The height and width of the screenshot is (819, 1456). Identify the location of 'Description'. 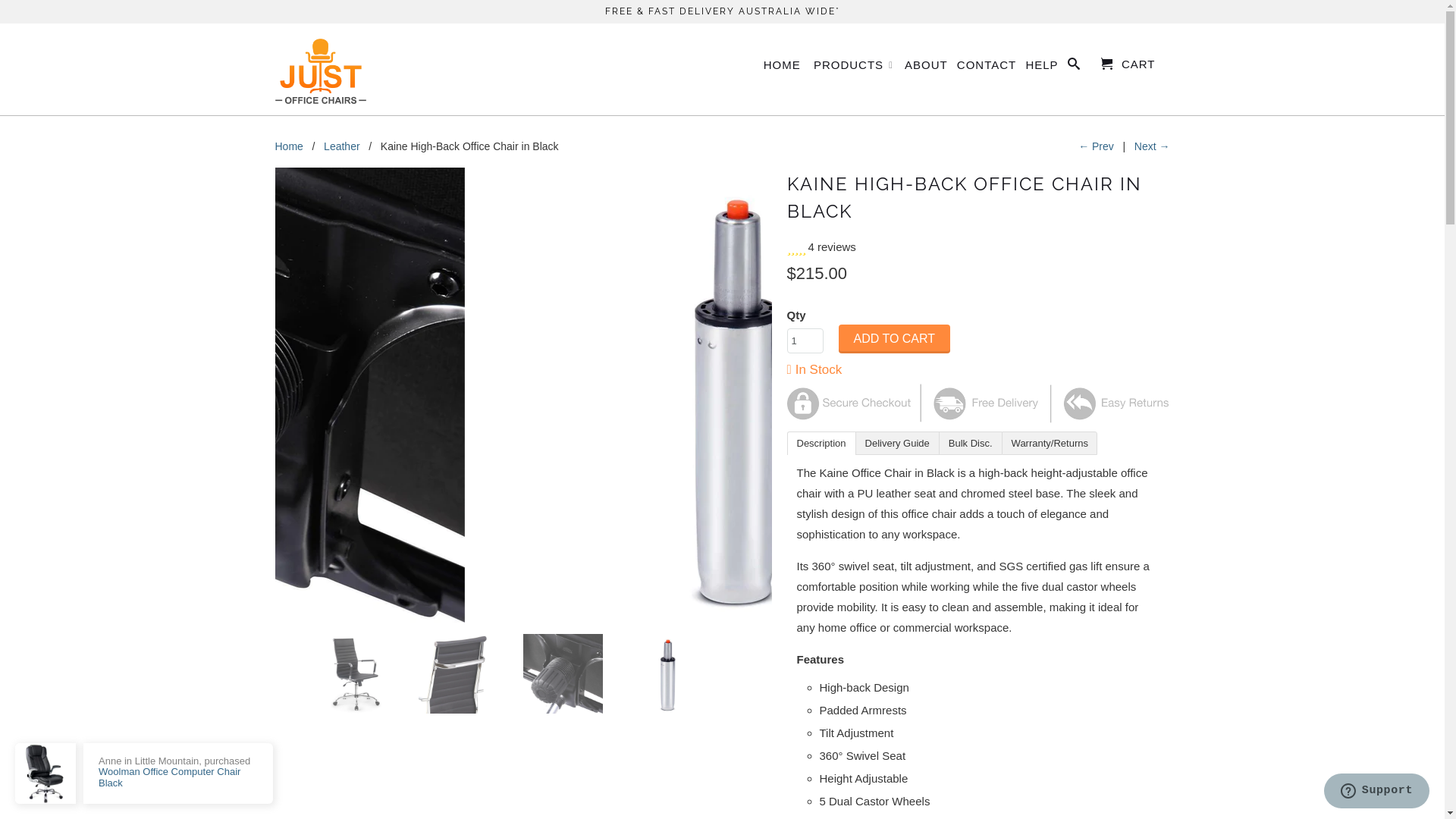
(821, 443).